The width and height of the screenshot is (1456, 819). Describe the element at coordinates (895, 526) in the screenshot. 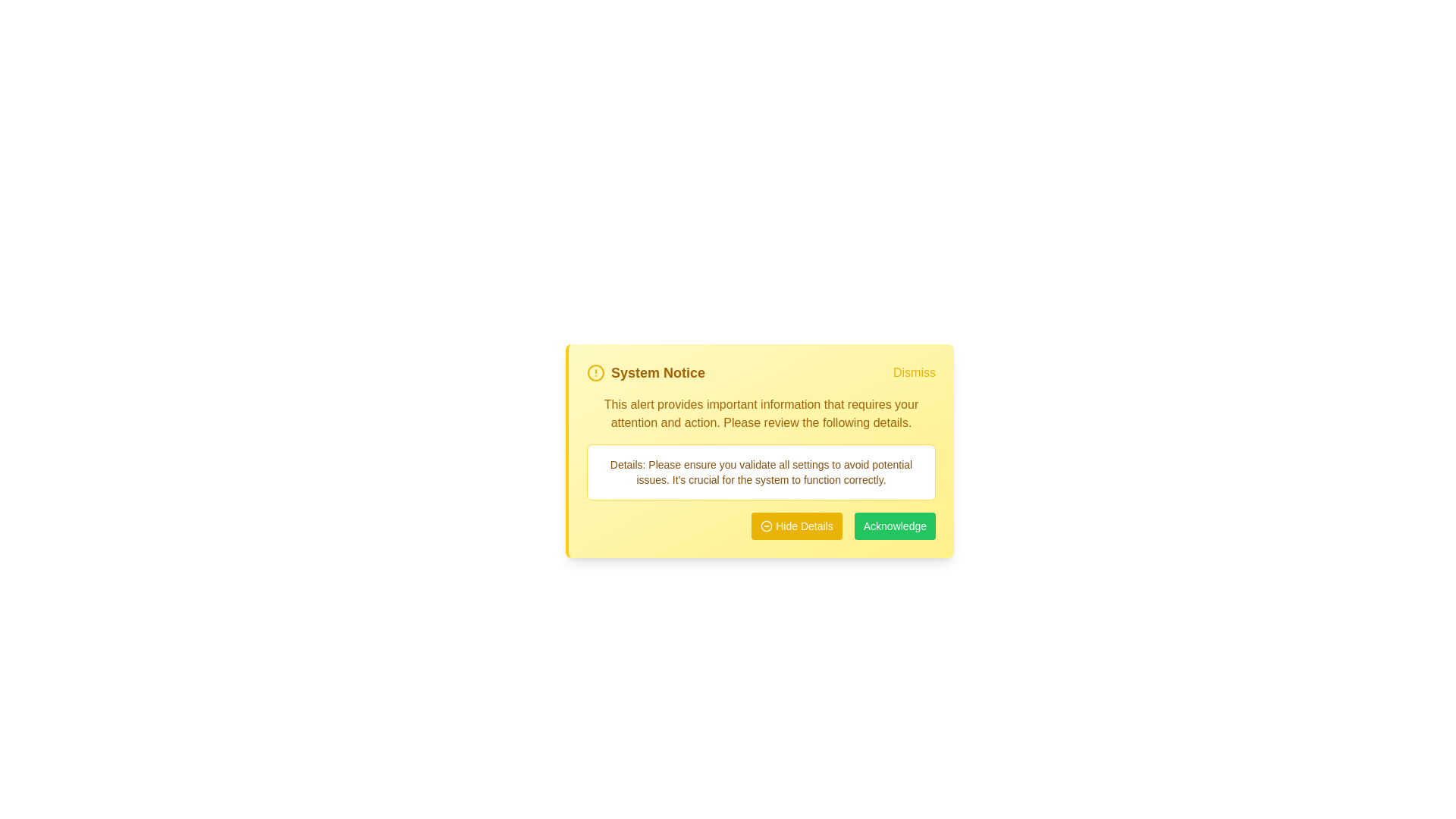

I see `the 'Acknowledge' button to acknowledge the alert` at that location.